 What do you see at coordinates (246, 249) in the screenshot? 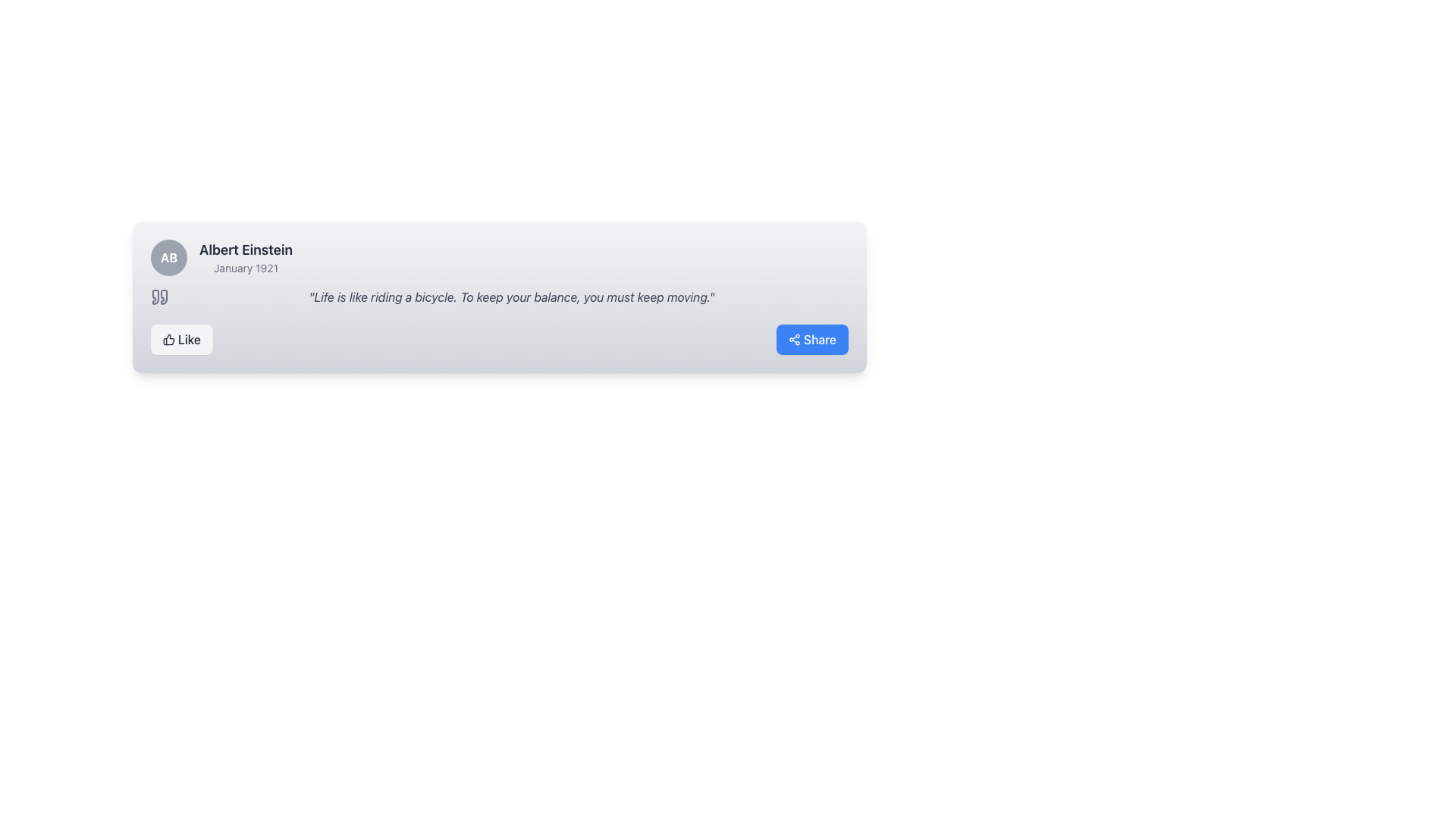
I see `the Text label that indicates the name of the person associated with the content in the panel, located beneath the avatar icon 'AB' and above the 'January 1921' text` at bounding box center [246, 249].